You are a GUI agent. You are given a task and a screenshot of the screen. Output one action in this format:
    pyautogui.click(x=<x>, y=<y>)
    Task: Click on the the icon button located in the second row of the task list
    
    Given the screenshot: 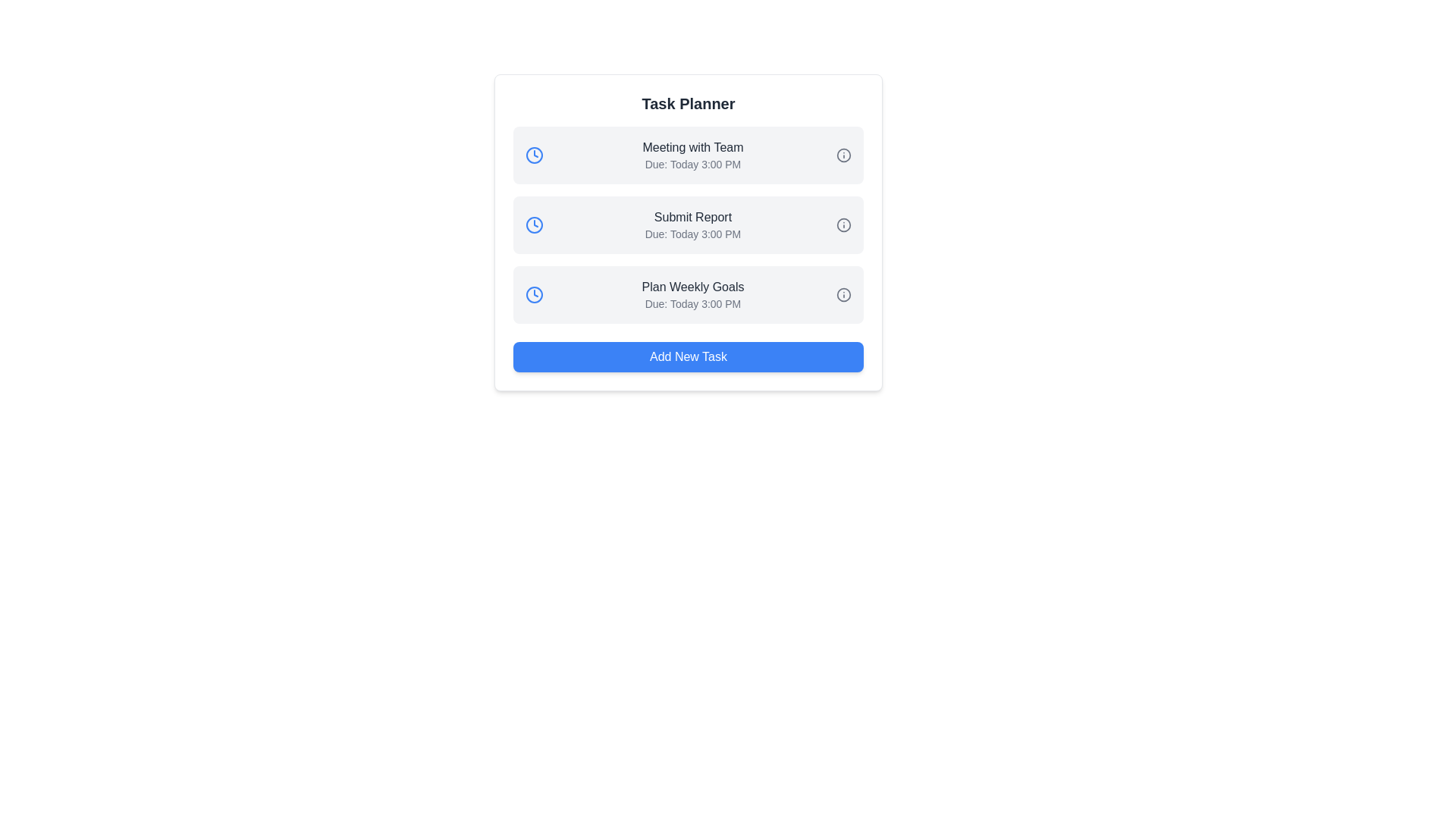 What is the action you would take?
    pyautogui.click(x=843, y=225)
    